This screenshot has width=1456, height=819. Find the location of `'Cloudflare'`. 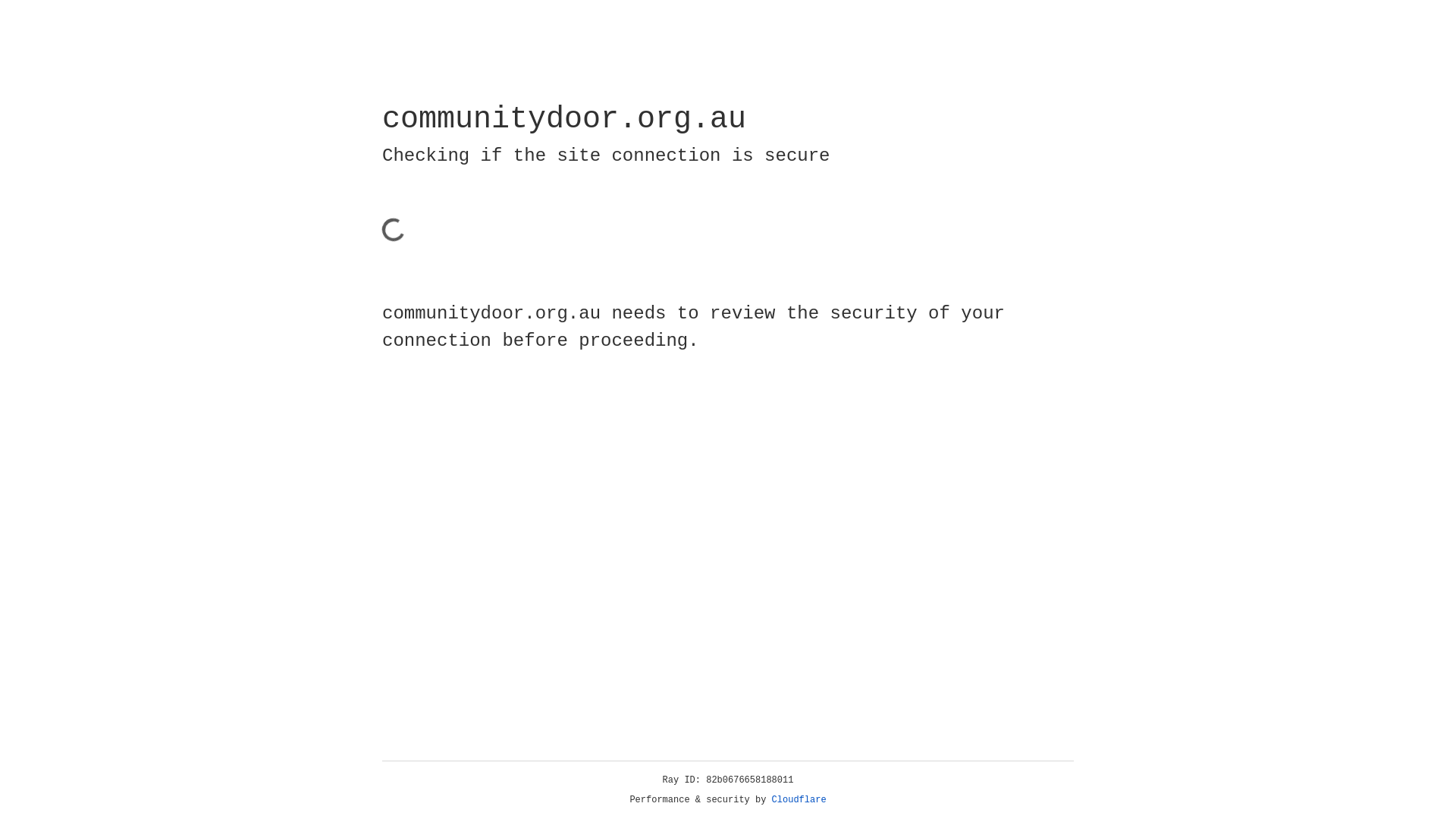

'Cloudflare' is located at coordinates (771, 799).